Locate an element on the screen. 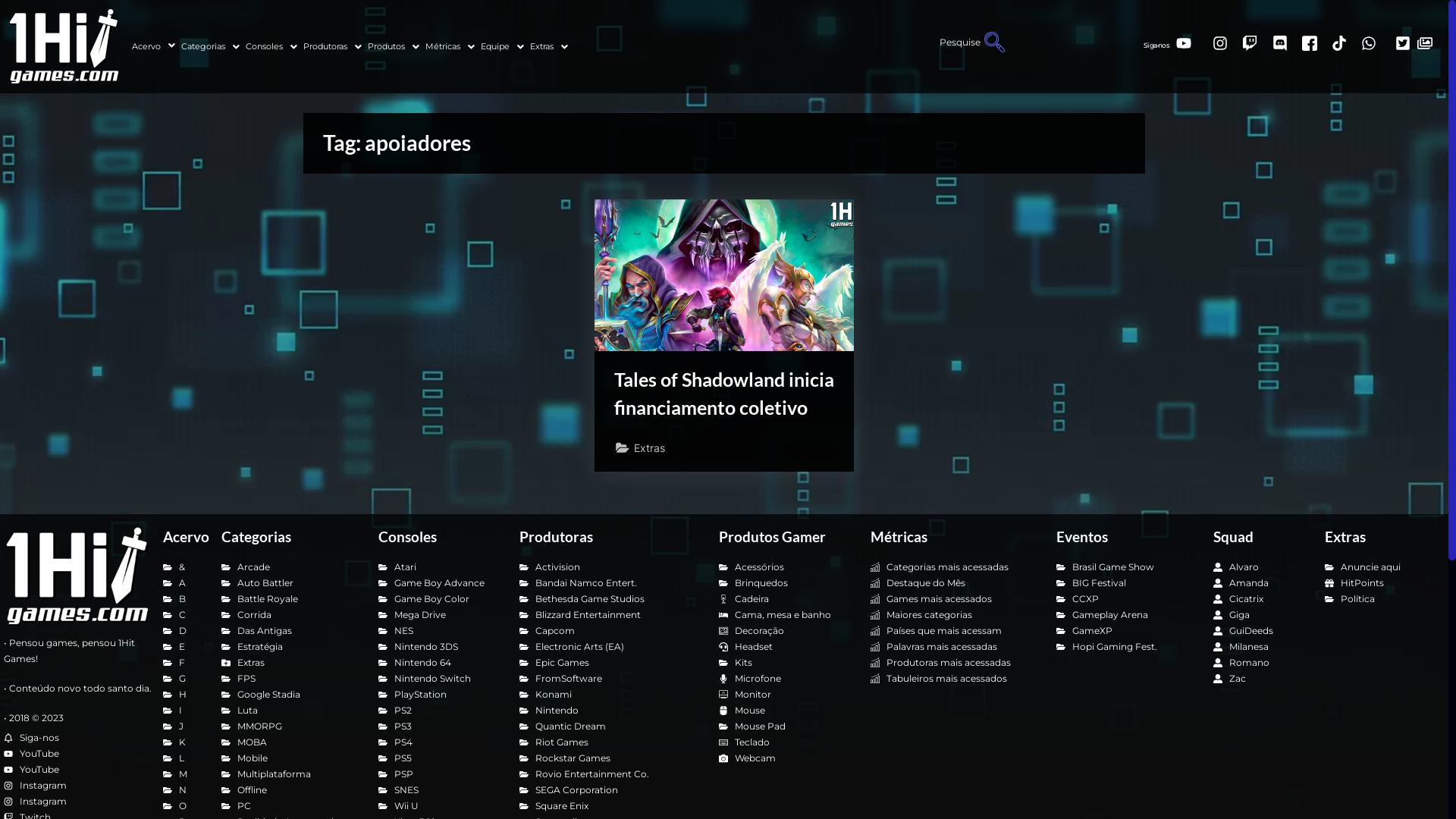 This screenshot has width=1456, height=819. 'N' is located at coordinates (184, 789).